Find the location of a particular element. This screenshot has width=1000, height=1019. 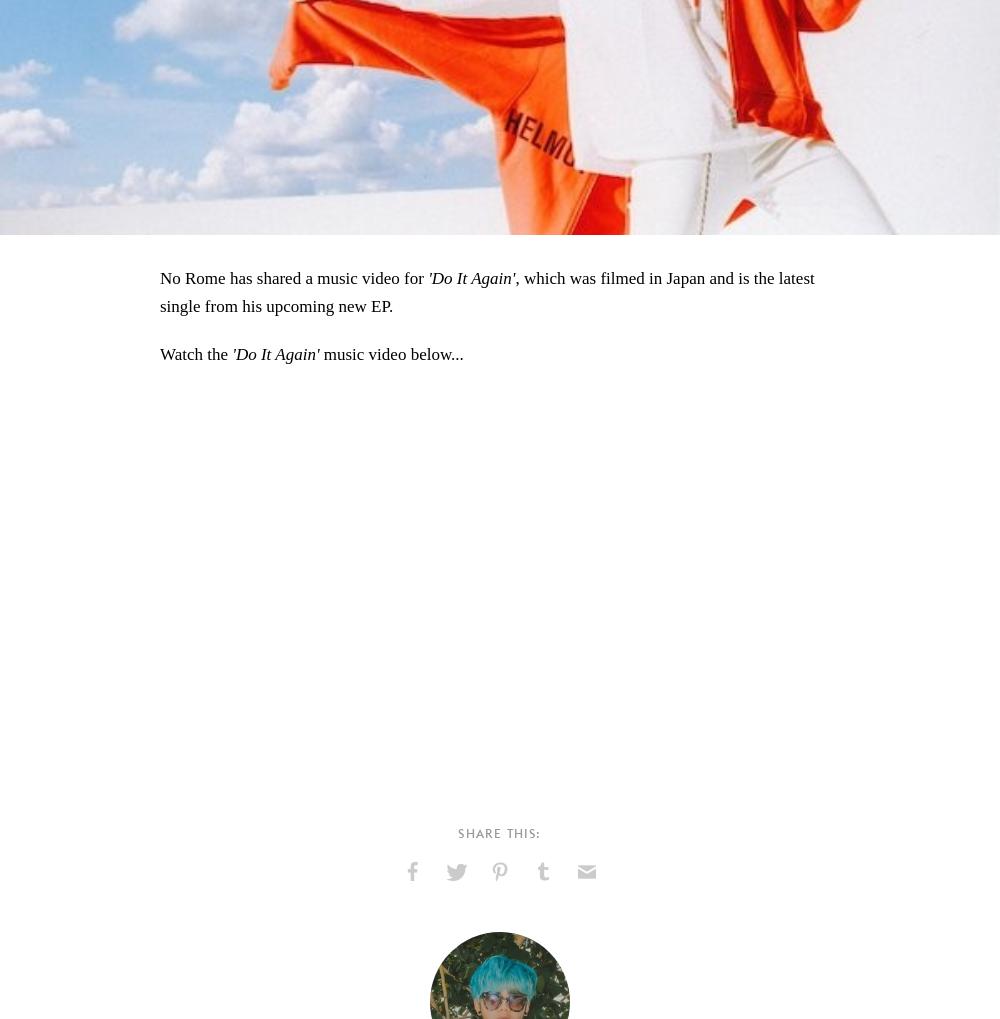

', which was filmed in Japan and is the latest single from his upcoming new EP.' is located at coordinates (486, 290).